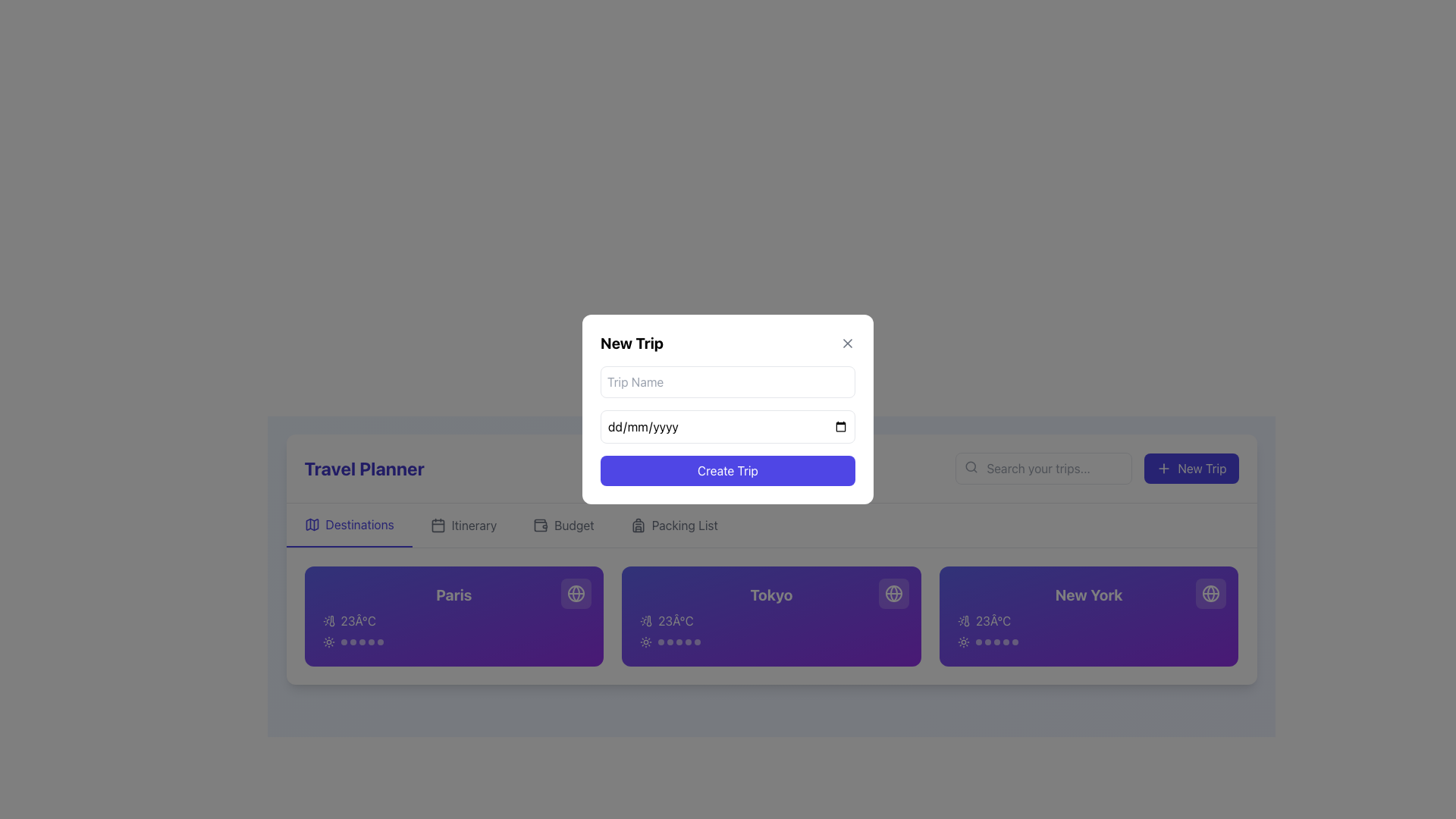 The image size is (1456, 819). What do you see at coordinates (683, 525) in the screenshot?
I see `the 'Packing List' text label which is the last item in the navigation menu below the 'New Trip' modal, adjacent to a backpack icon` at bounding box center [683, 525].